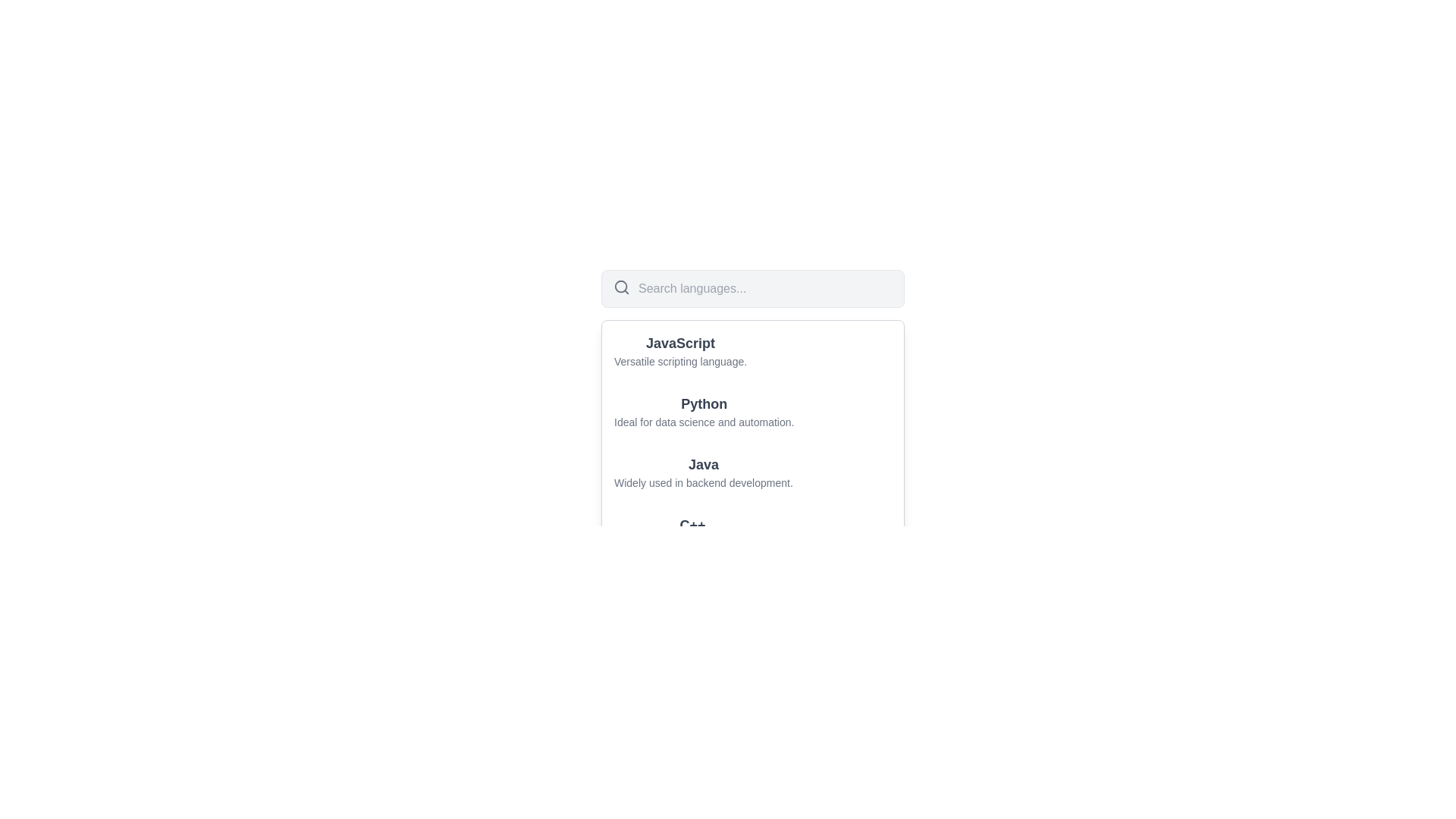 Image resolution: width=1456 pixels, height=819 pixels. I want to click on the Text block element that has the heading 'JavaScript' and the subtitle 'Versatile scripting language', so click(679, 350).